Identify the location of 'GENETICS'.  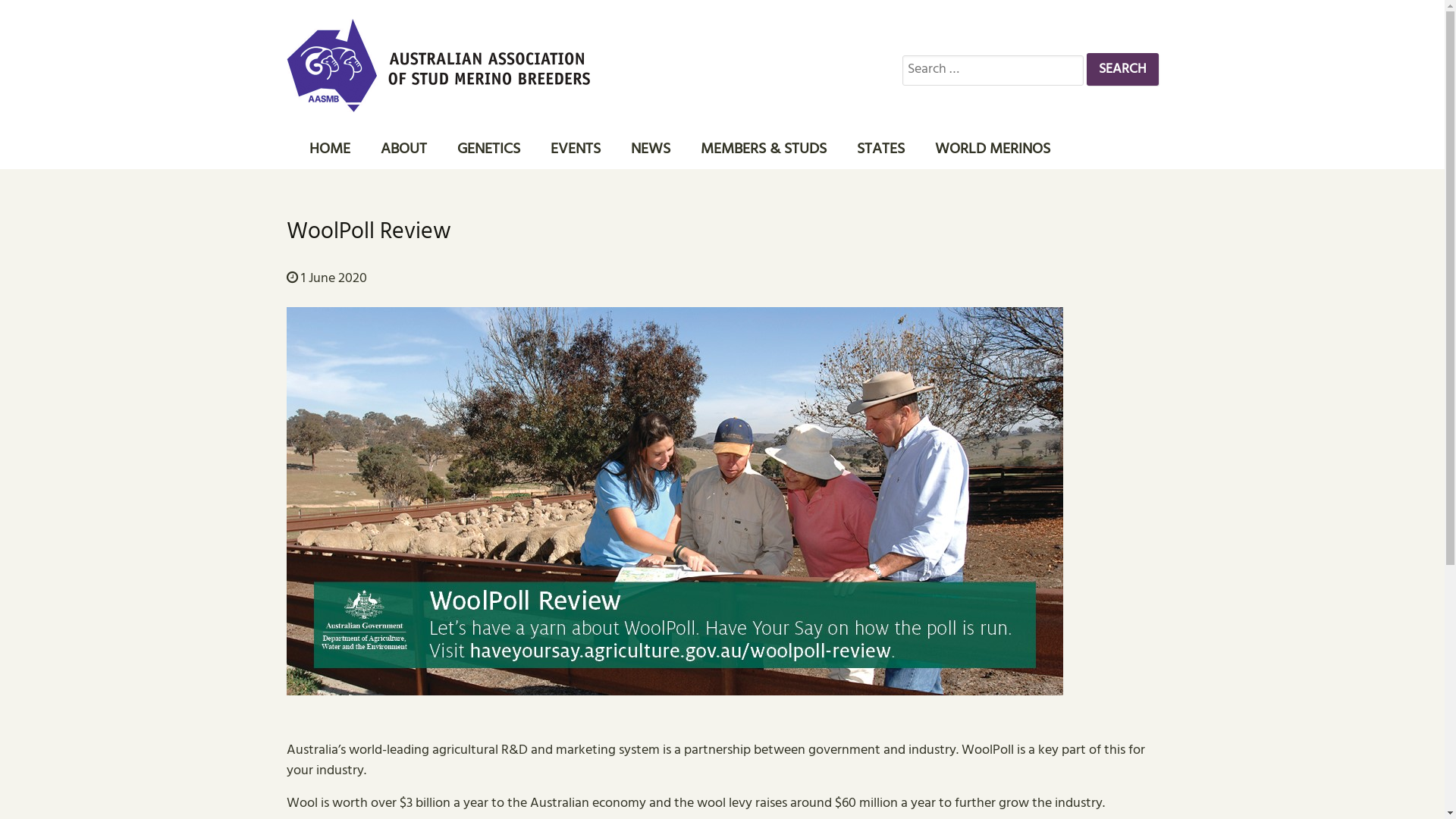
(488, 149).